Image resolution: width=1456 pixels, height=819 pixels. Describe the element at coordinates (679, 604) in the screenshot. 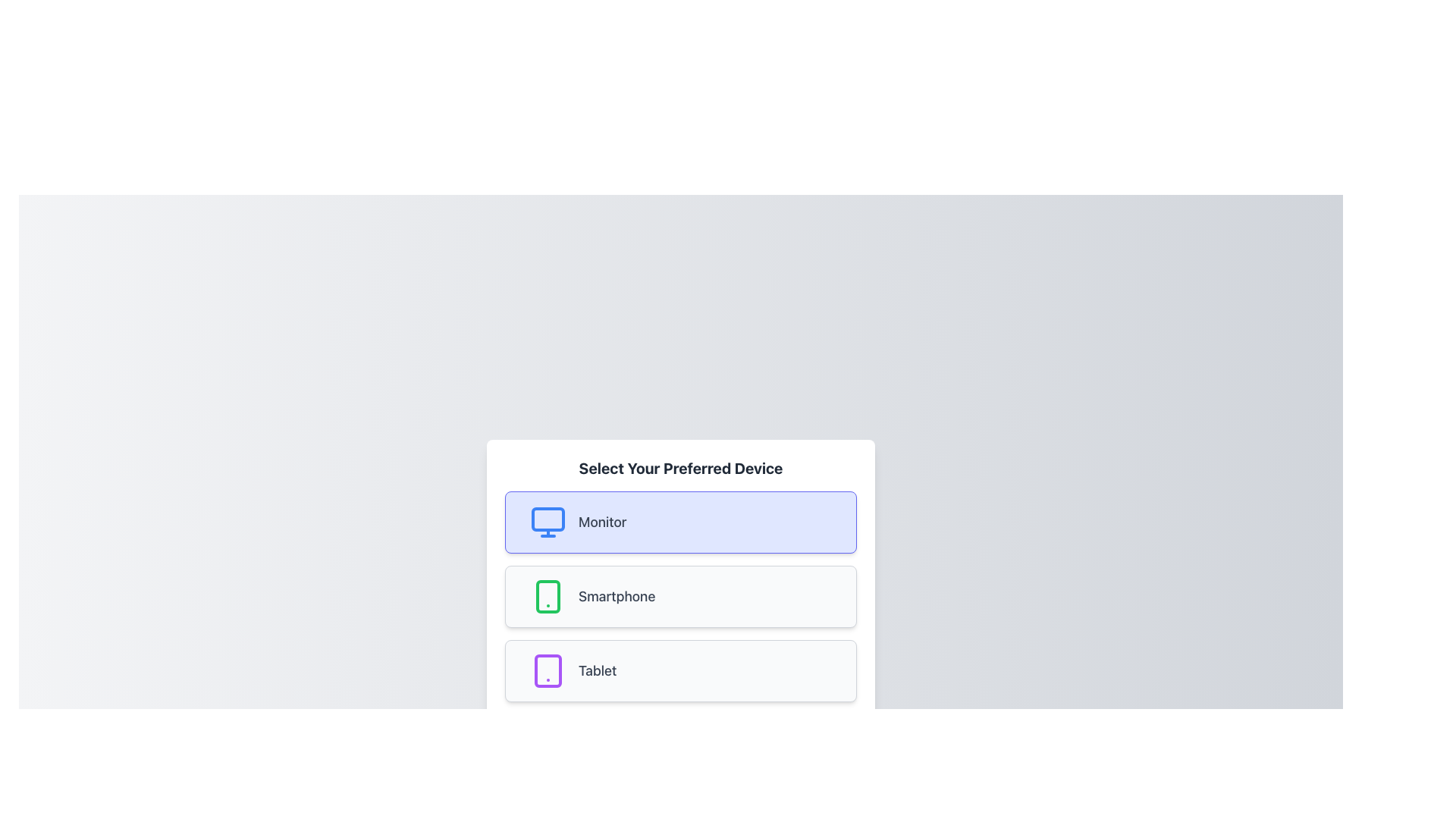

I see `the 'Smartphone' option in the Selectable List Item, which is the second item in the list under 'Select Your Preferred Device'` at that location.